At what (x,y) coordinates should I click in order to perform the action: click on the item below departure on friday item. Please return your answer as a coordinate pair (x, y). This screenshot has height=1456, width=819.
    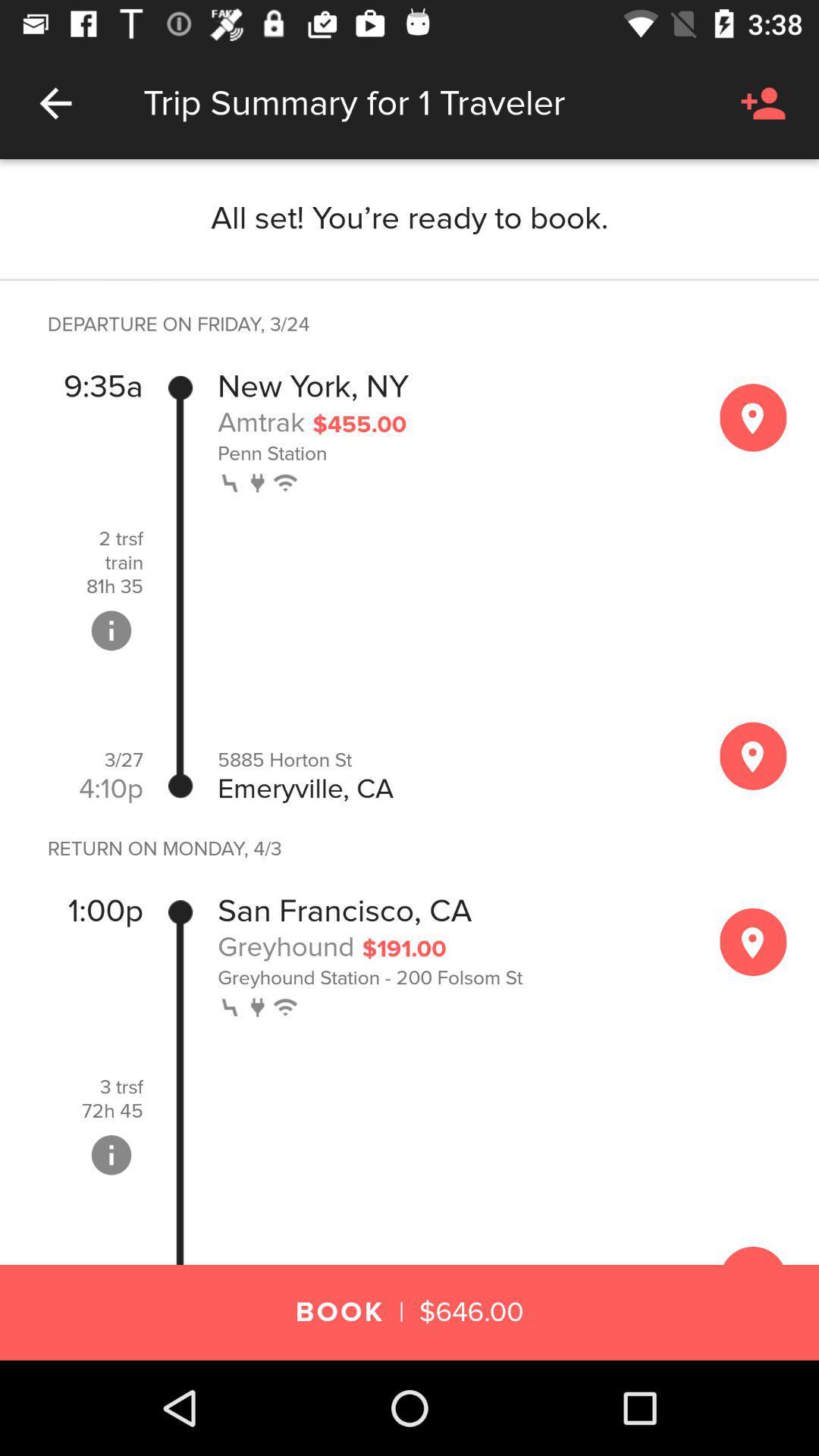
    Looking at the image, I should click on (102, 387).